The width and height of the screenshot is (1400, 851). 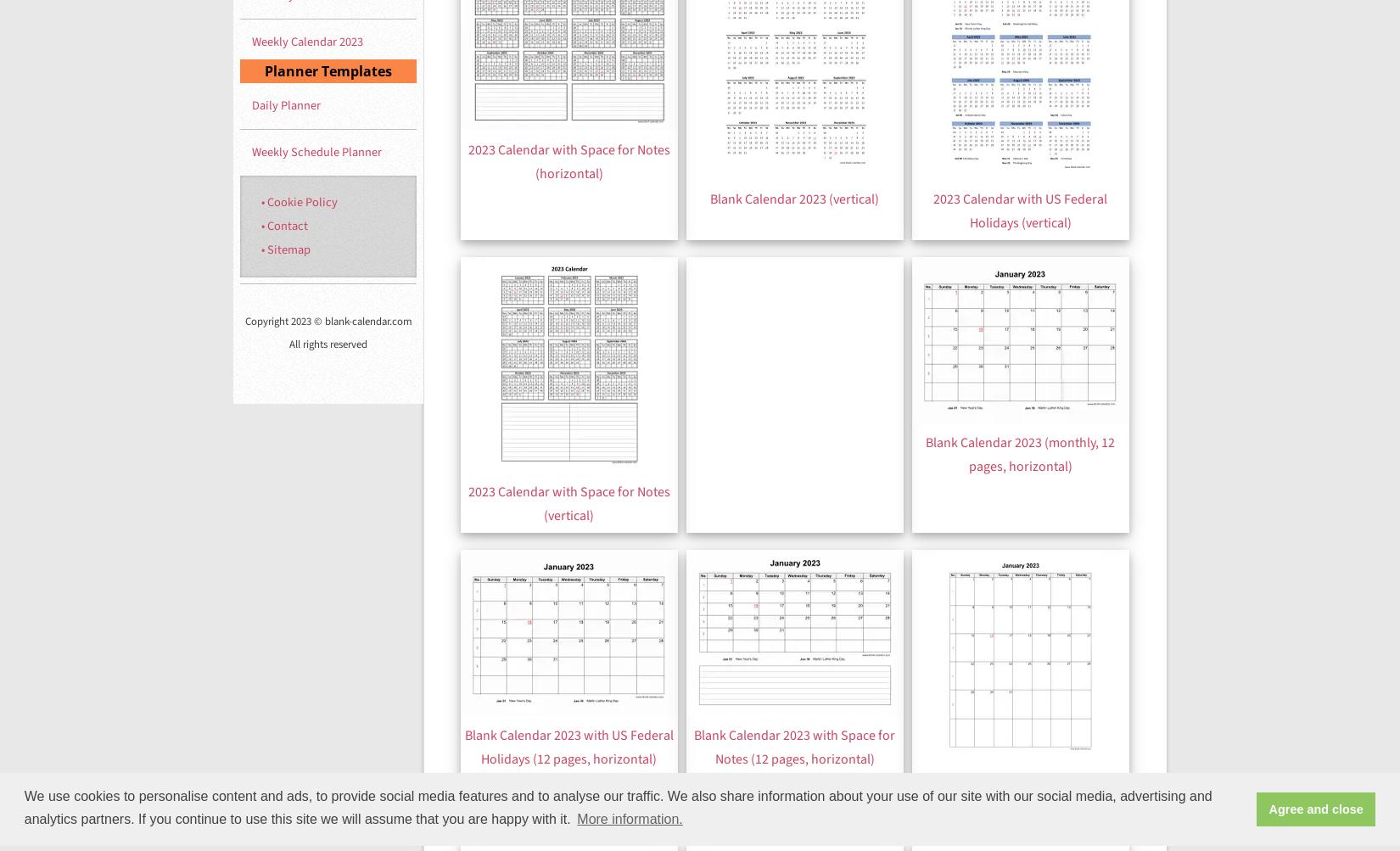 What do you see at coordinates (568, 501) in the screenshot?
I see `'2023 Calendar with Space for Notes (vertical)'` at bounding box center [568, 501].